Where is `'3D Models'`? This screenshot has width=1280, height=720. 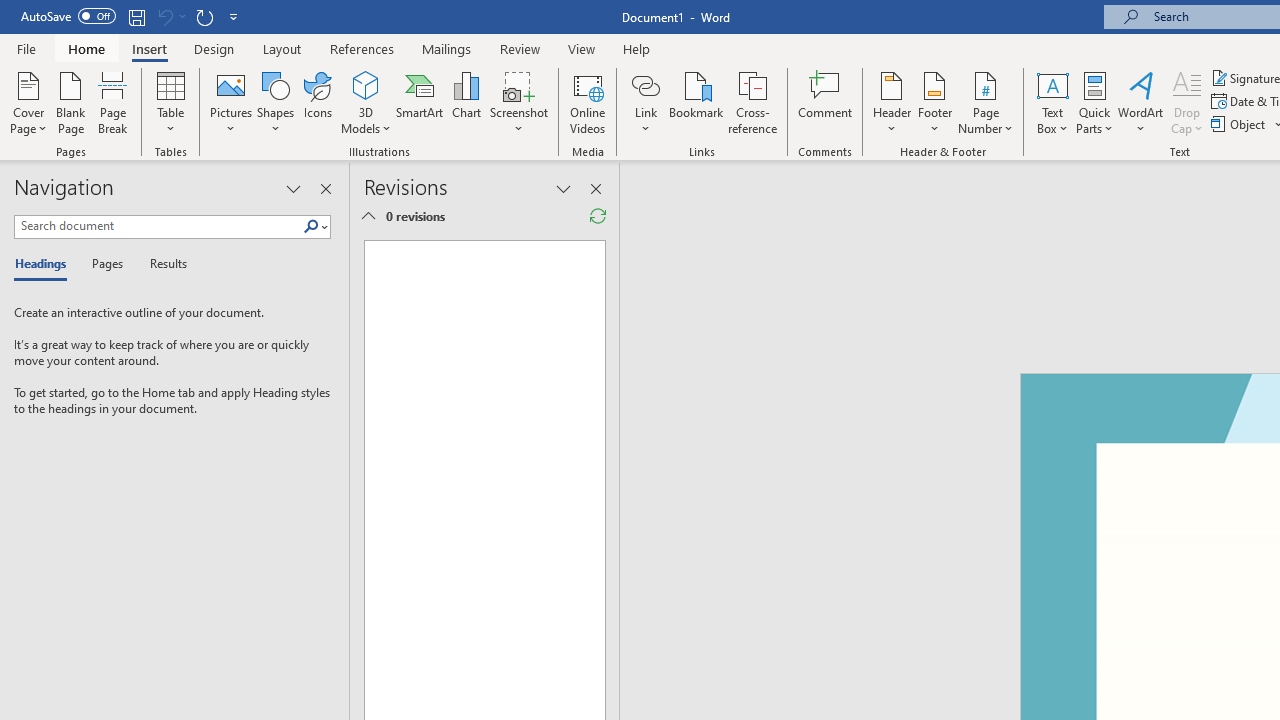
'3D Models' is located at coordinates (366, 103).